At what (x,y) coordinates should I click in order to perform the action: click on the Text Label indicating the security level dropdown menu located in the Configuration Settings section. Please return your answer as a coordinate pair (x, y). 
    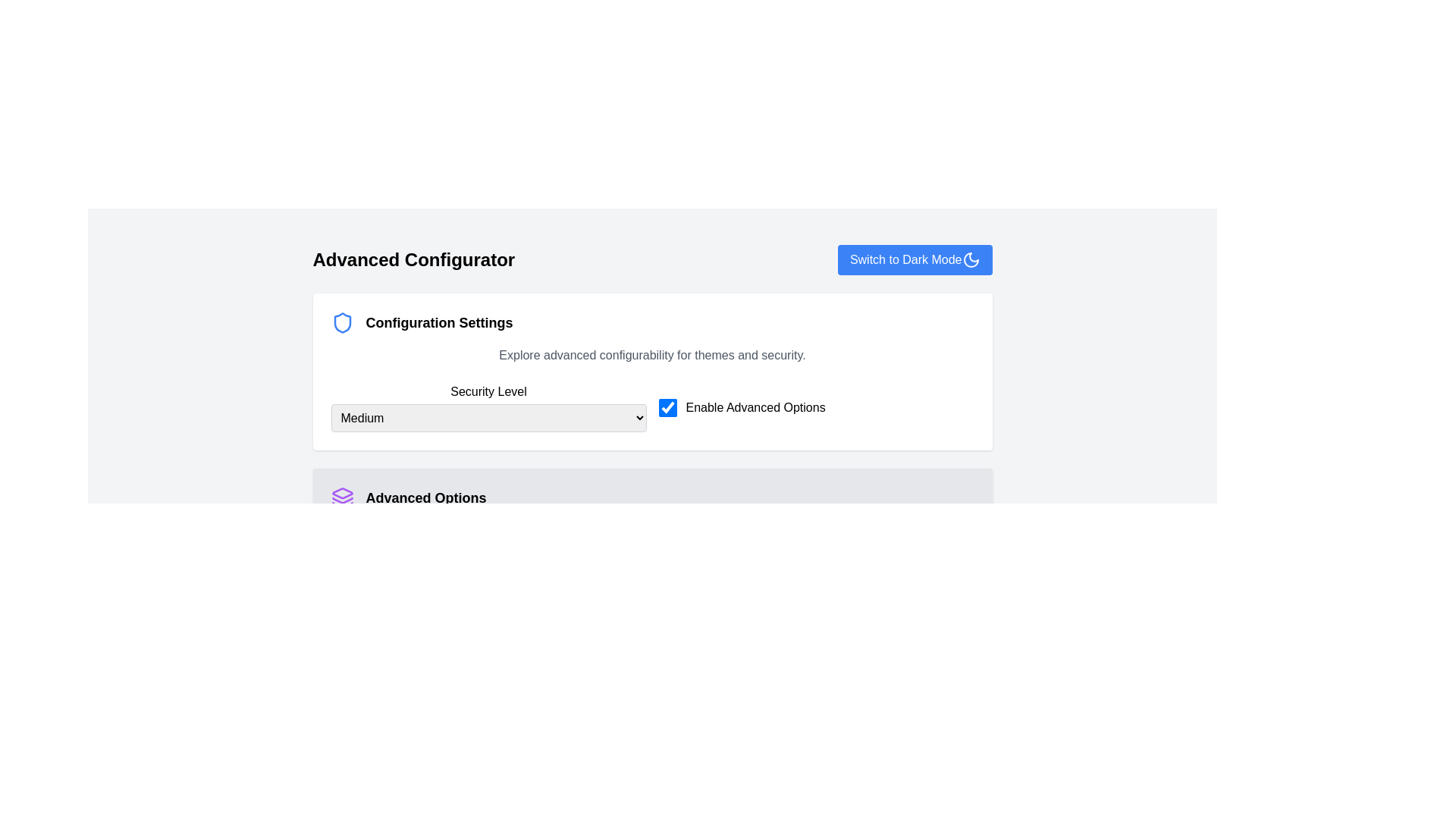
    Looking at the image, I should click on (488, 391).